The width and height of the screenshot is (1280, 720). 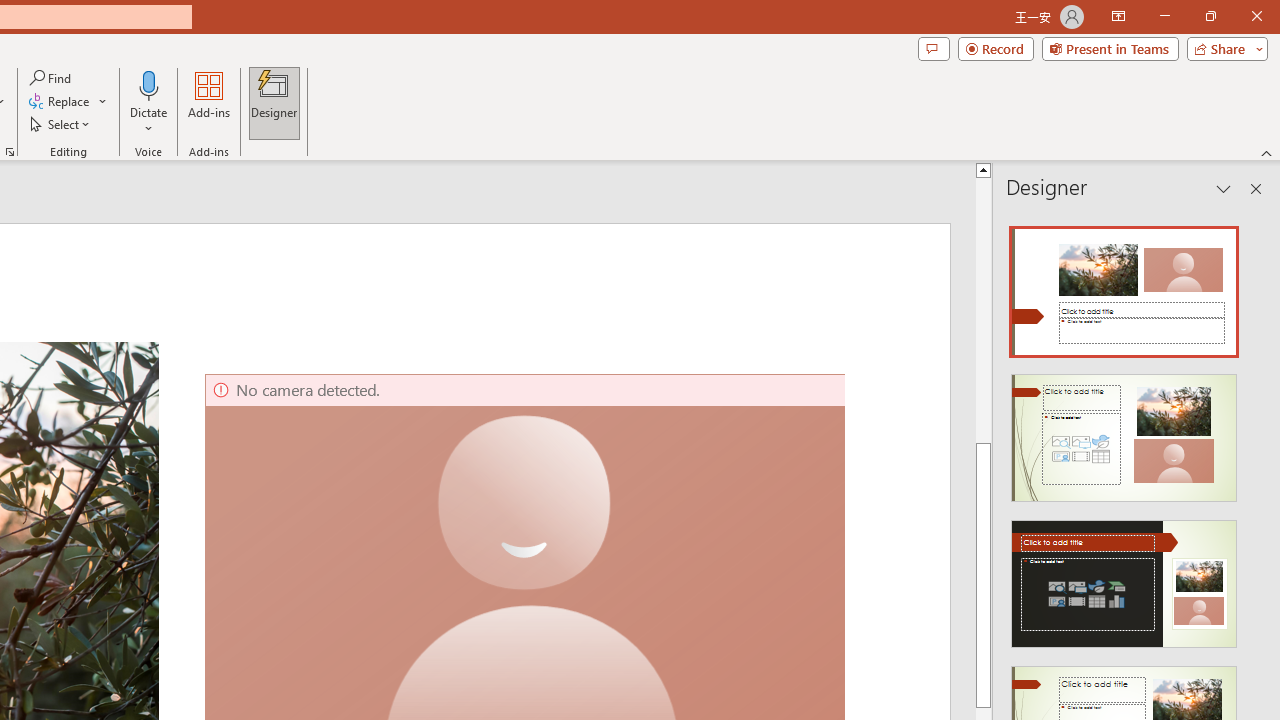 What do you see at coordinates (273, 103) in the screenshot?
I see `'Designer'` at bounding box center [273, 103].